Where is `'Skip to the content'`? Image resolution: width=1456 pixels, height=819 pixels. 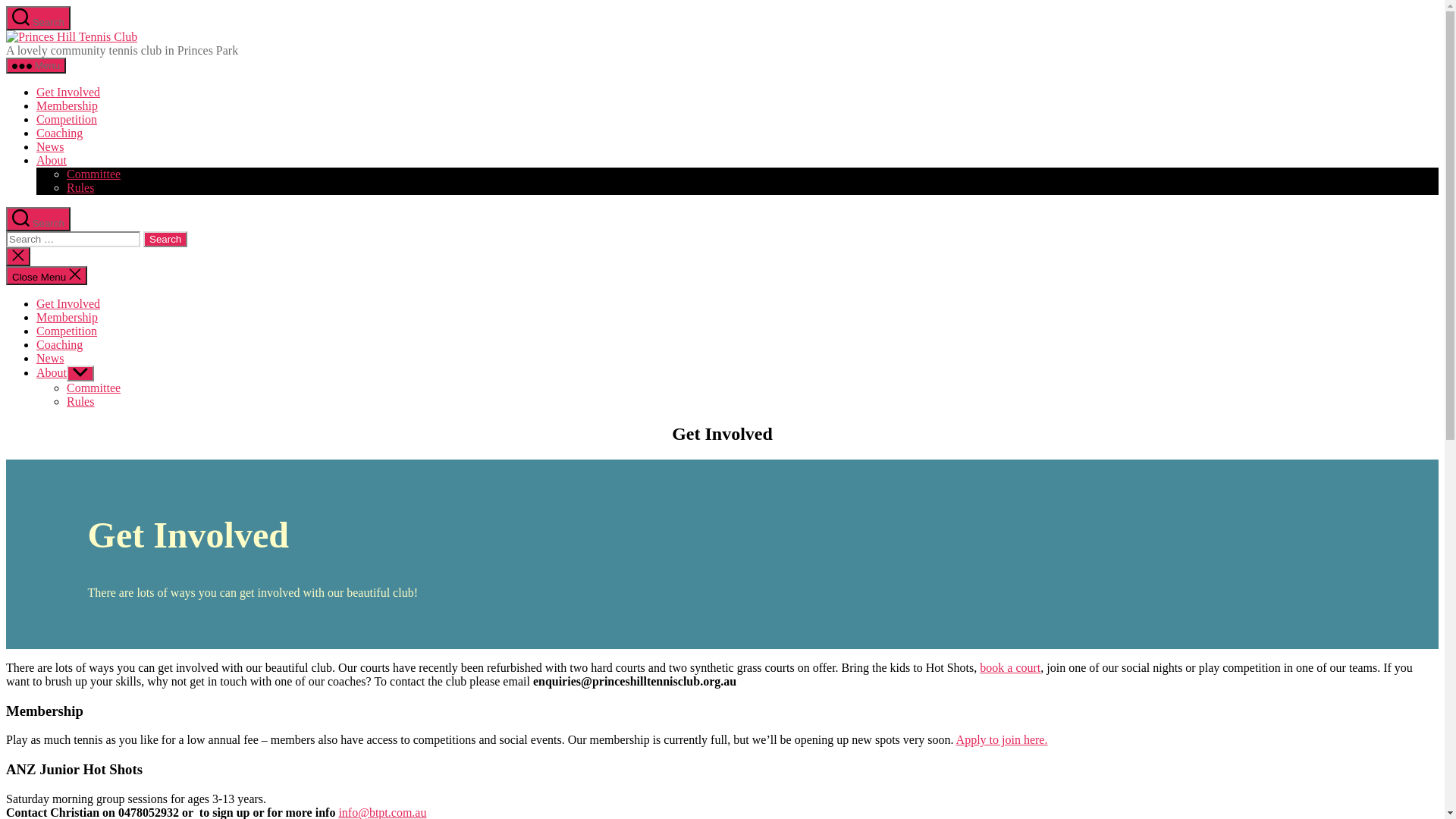
'Skip to the content' is located at coordinates (5, 5).